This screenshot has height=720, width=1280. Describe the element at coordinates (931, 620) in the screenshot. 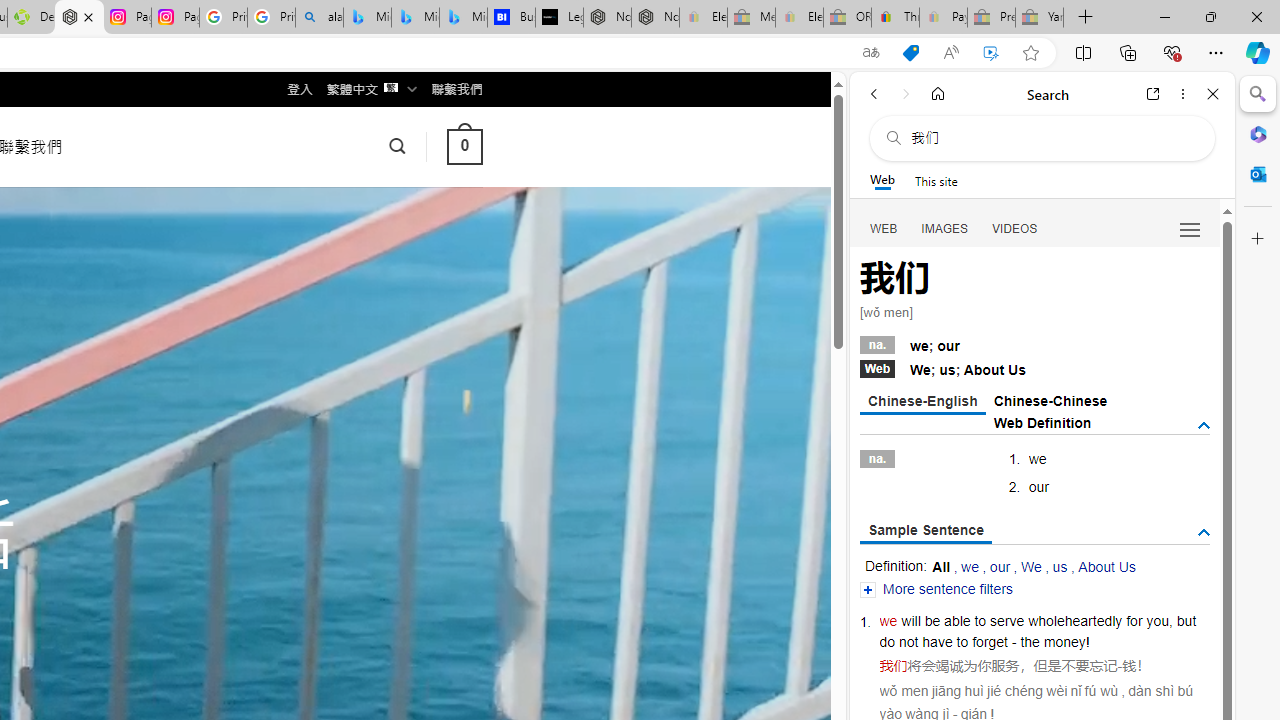

I see `'be'` at that location.